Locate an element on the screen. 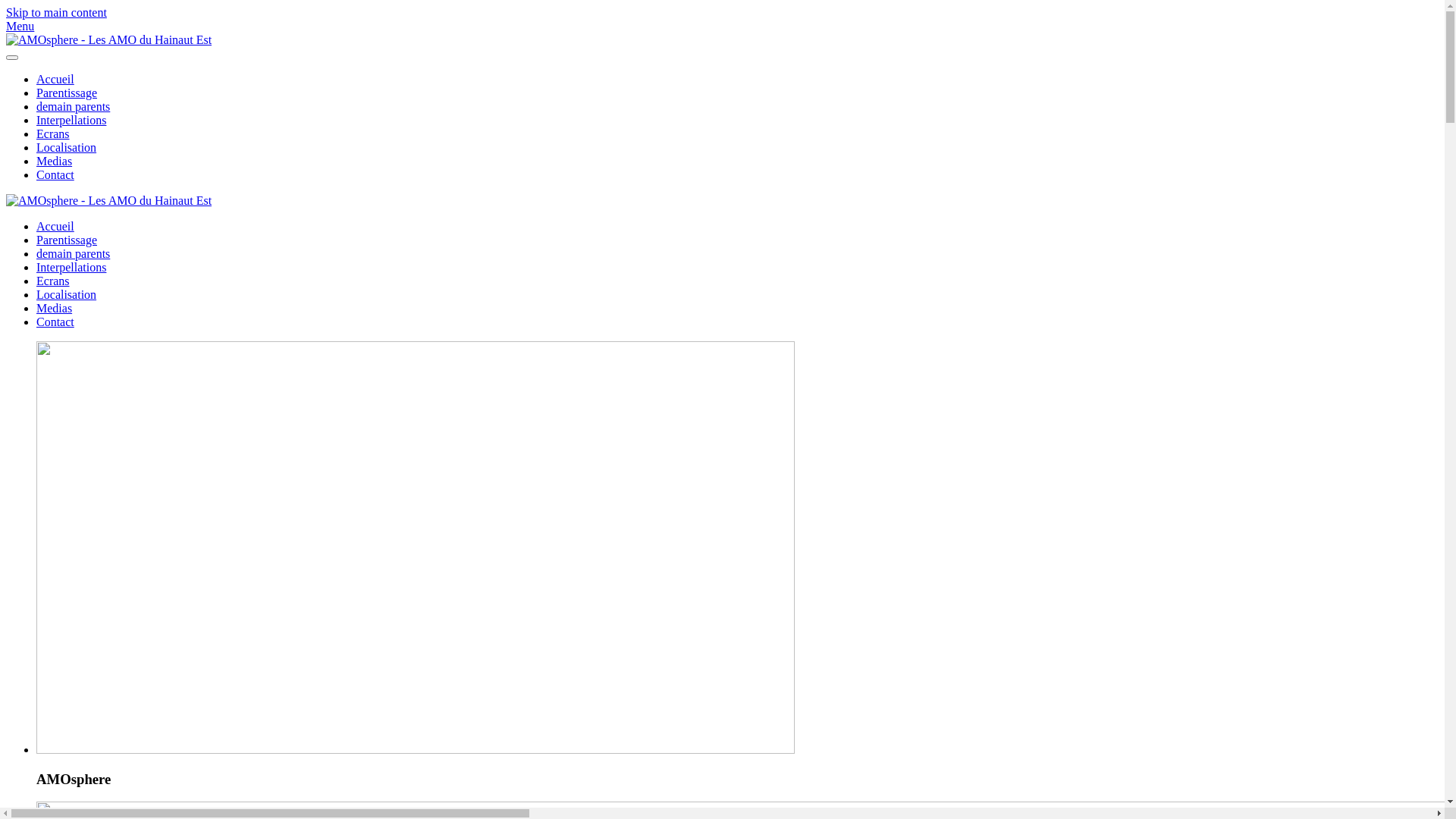  'Contact' is located at coordinates (55, 321).